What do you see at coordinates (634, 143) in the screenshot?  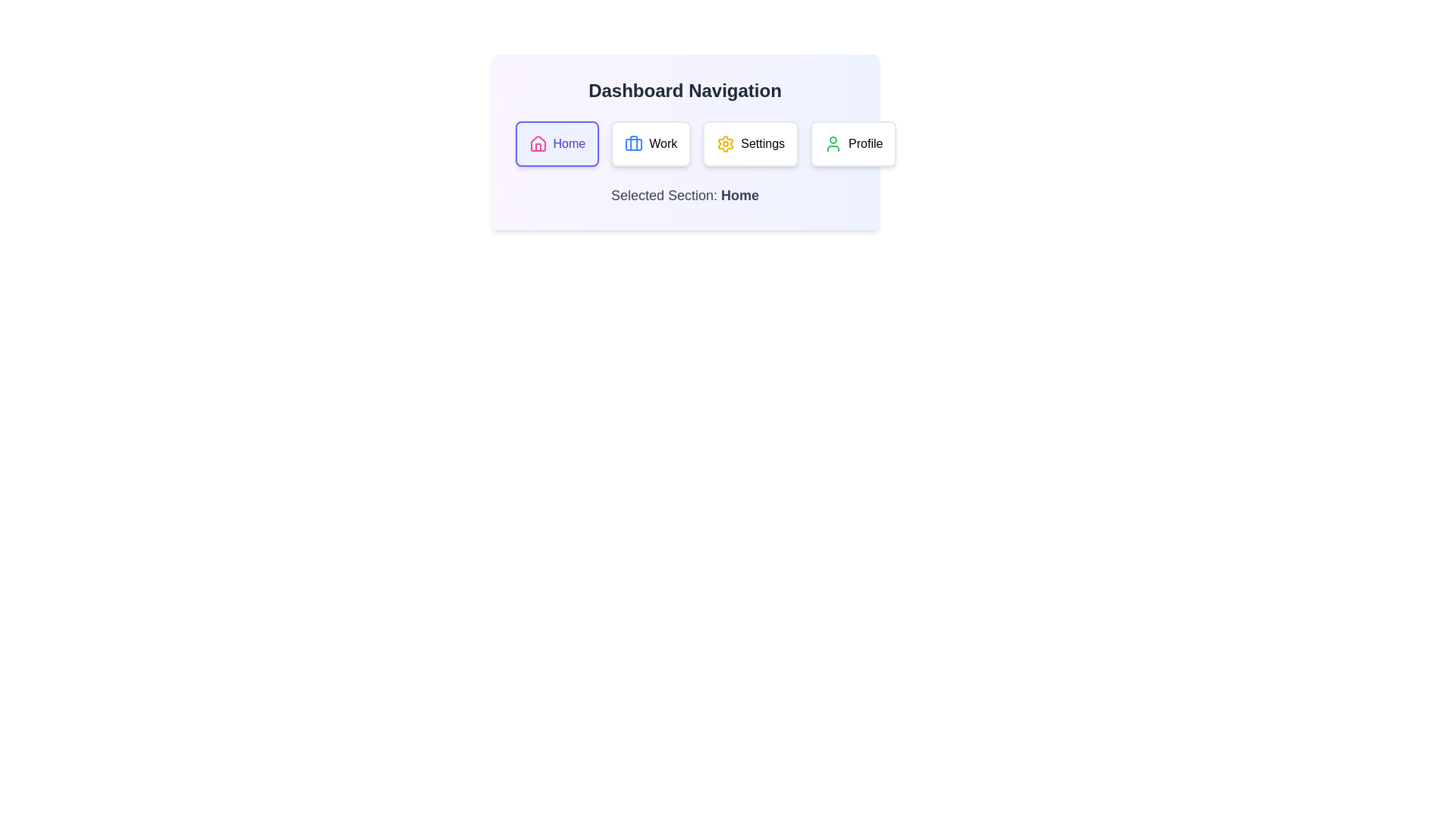 I see `the blue briefcase SVG icon located in the 'Work' section of the navigation menu` at bounding box center [634, 143].